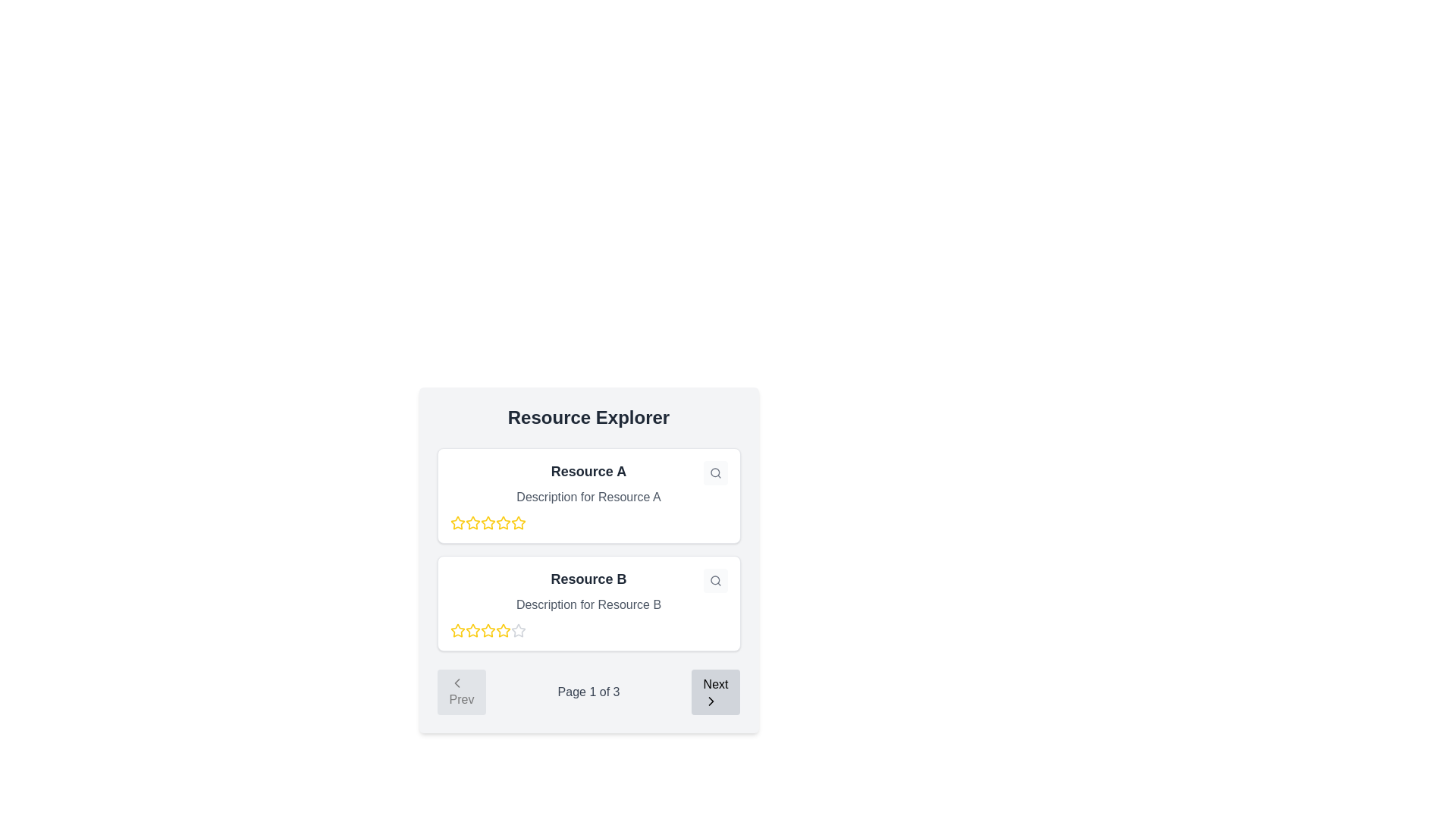 The image size is (1456, 819). I want to click on the circular graphical element within the magnifying glass icon, so click(714, 580).